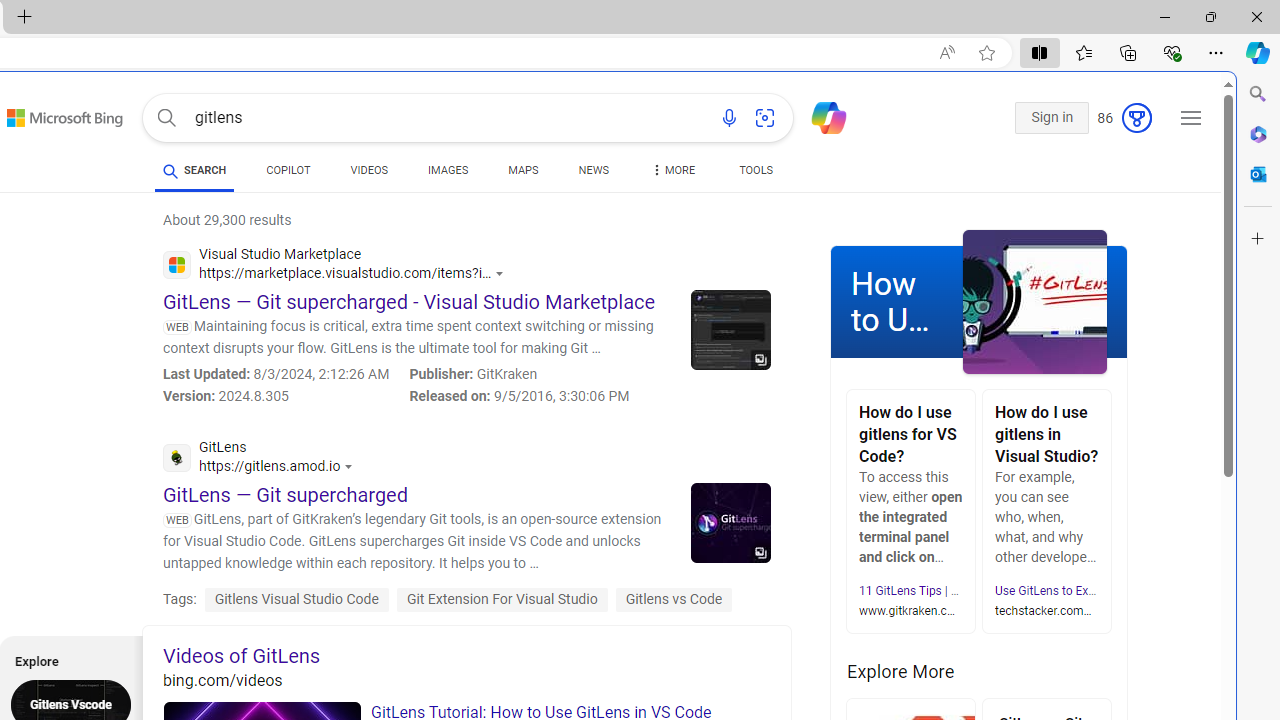 The image size is (1280, 720). Describe the element at coordinates (592, 172) in the screenshot. I see `'NEWS'` at that location.